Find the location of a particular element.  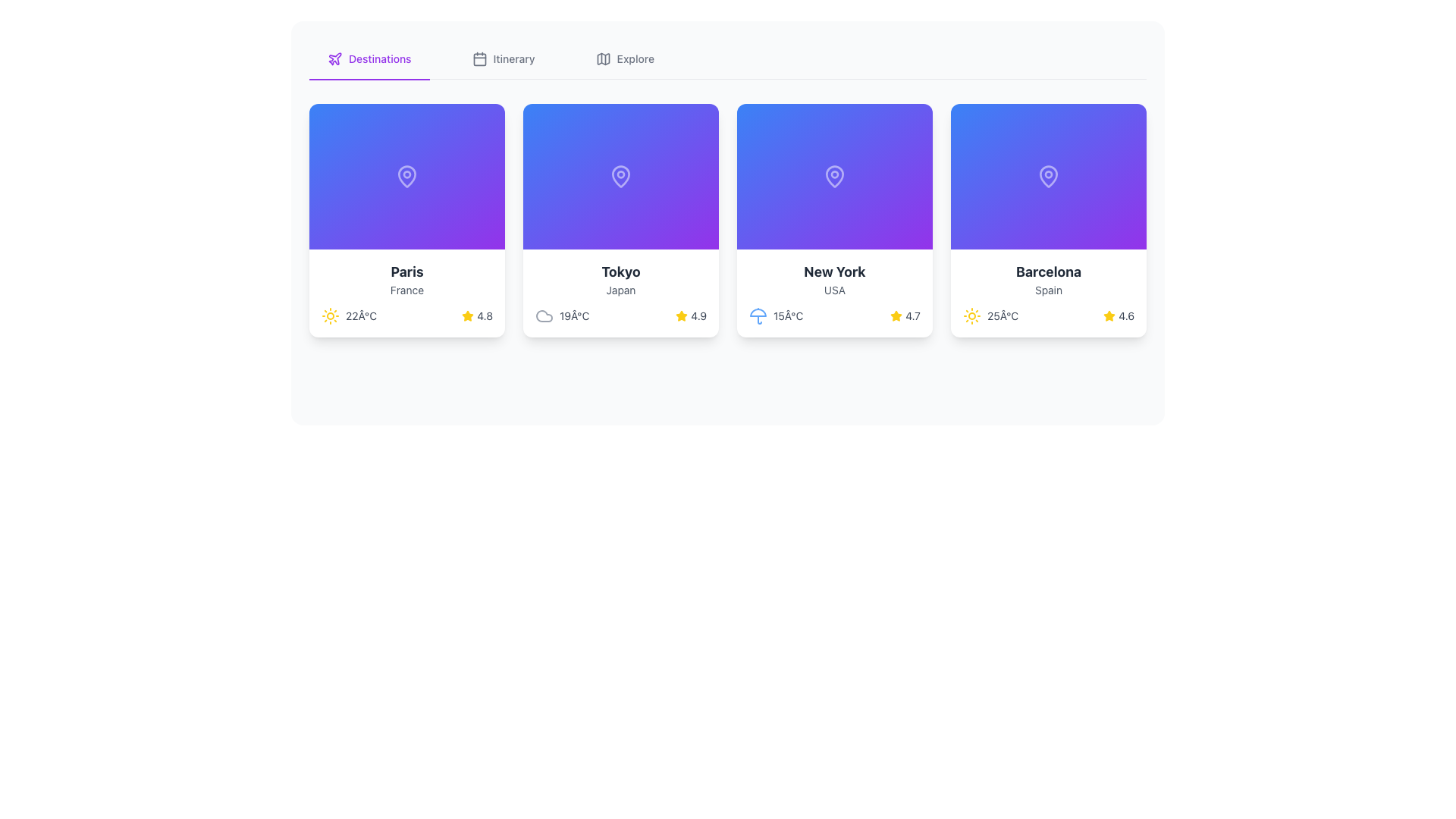

the decorative rectangular shape with rounded corners located within the calendar icon by moving the cursor to its center point is located at coordinates (479, 58).